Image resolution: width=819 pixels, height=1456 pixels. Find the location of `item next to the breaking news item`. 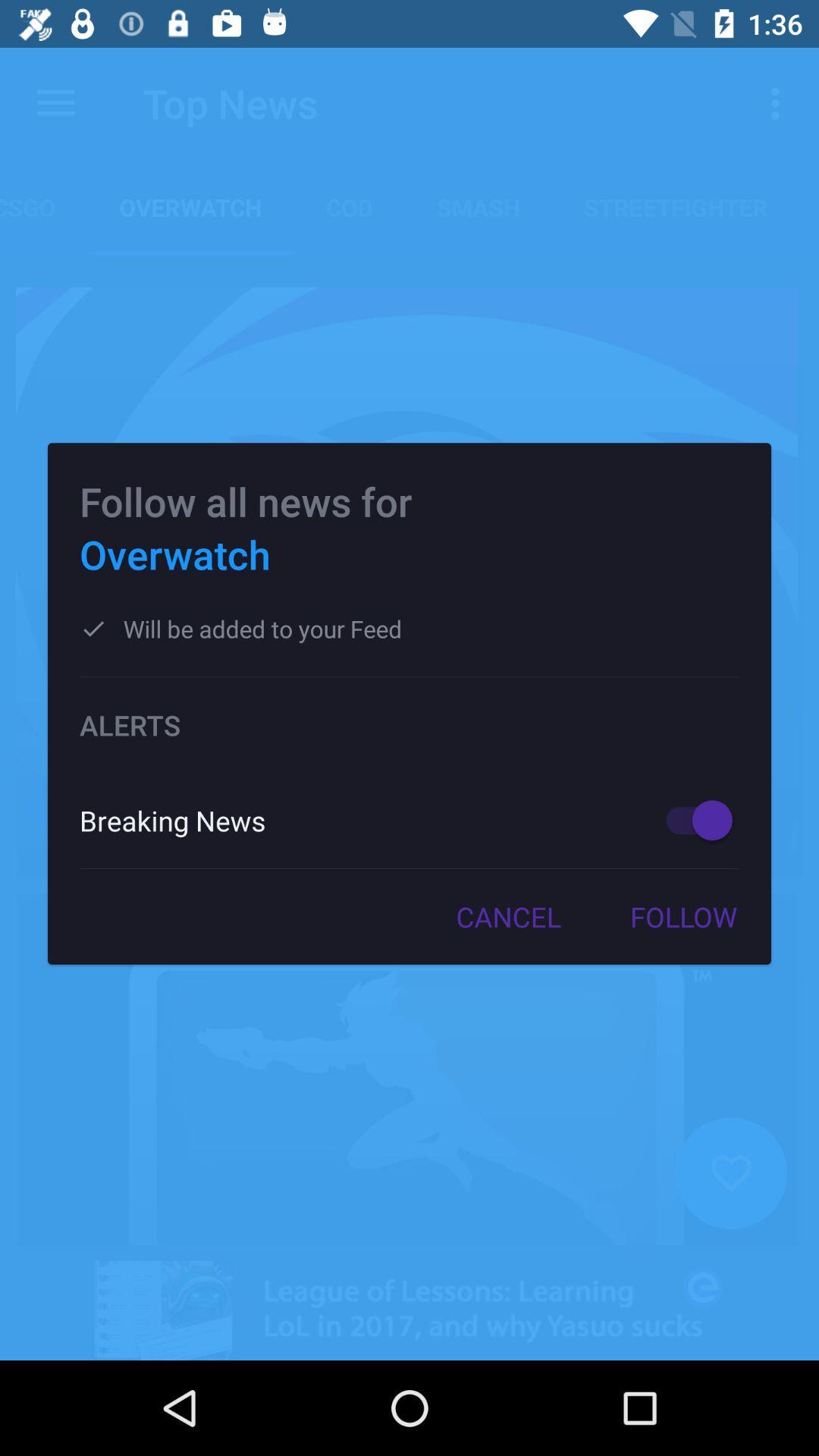

item next to the breaking news item is located at coordinates (692, 819).